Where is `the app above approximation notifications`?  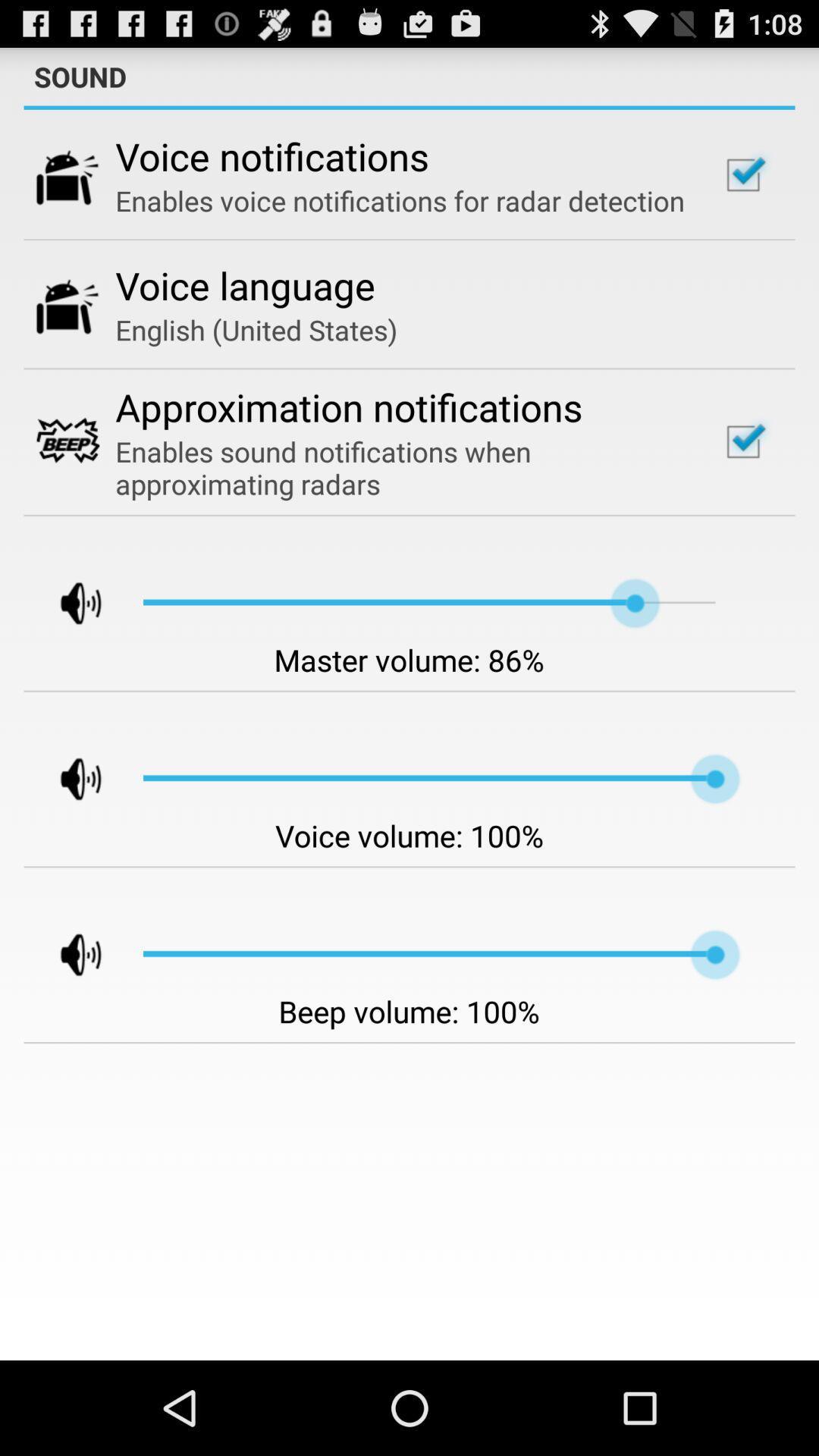 the app above approximation notifications is located at coordinates (256, 329).